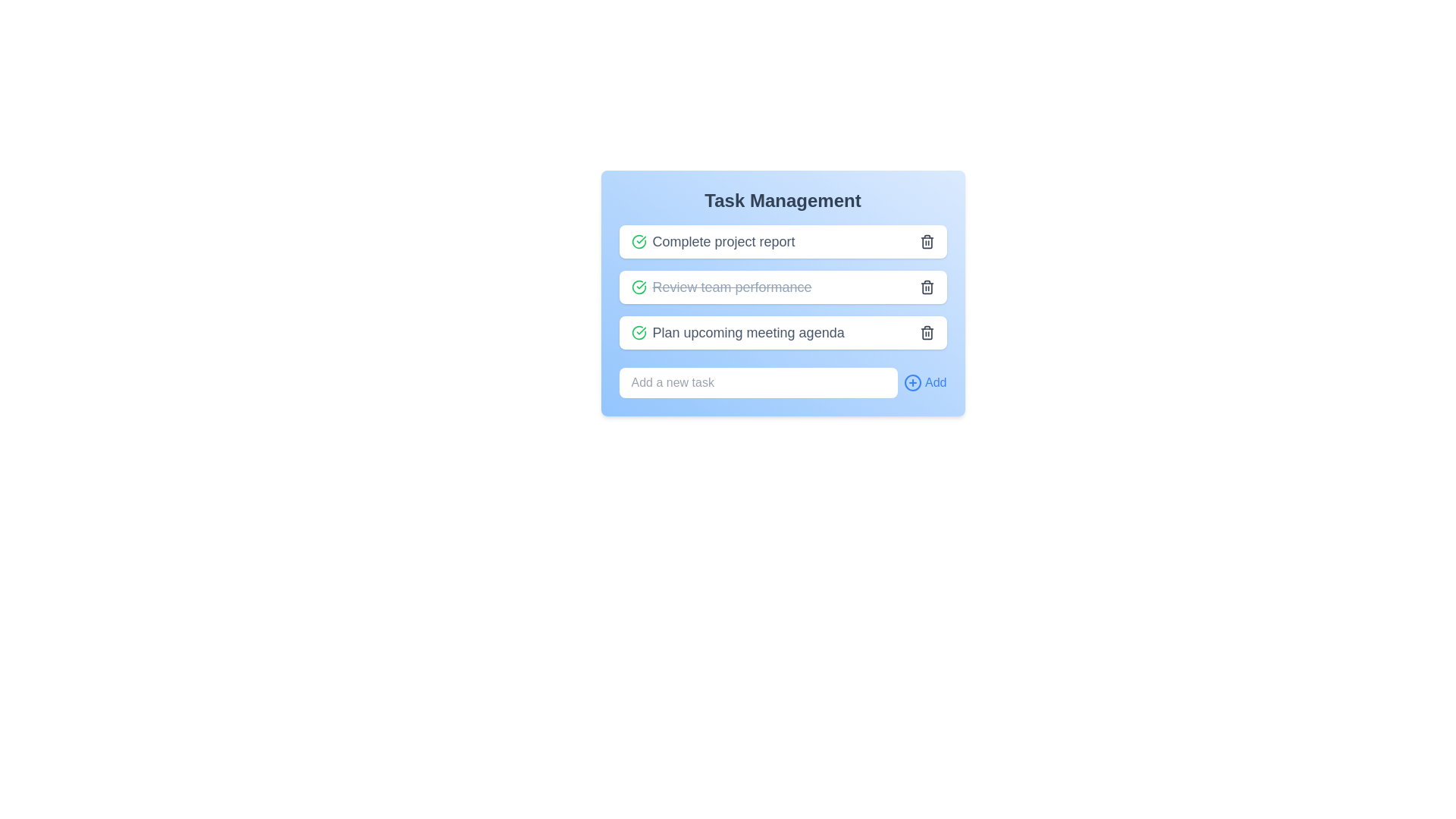  What do you see at coordinates (783, 332) in the screenshot?
I see `the checkmark on the third task item in the task management application to mark it as complete` at bounding box center [783, 332].